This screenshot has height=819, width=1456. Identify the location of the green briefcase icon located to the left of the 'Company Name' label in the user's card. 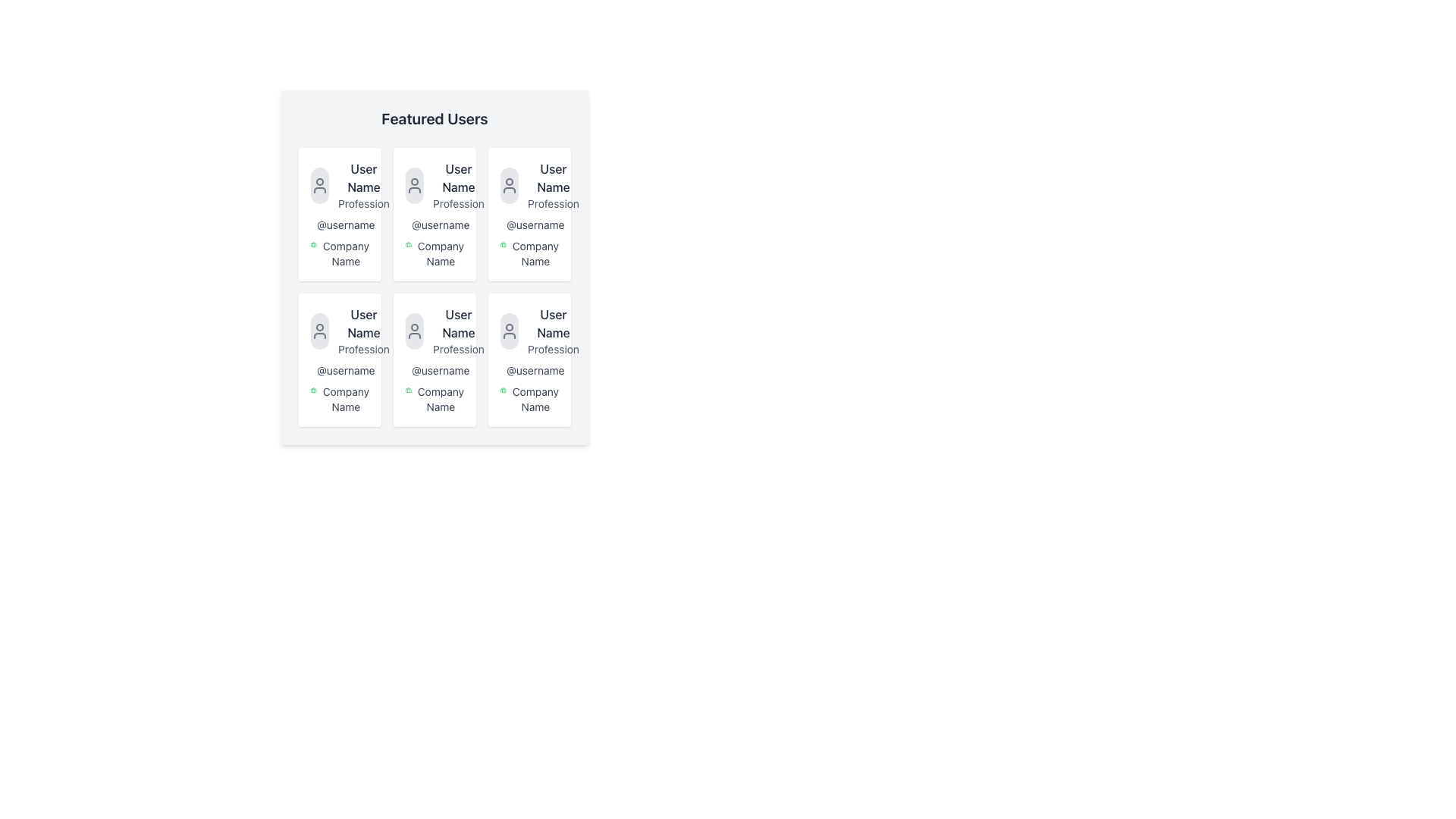
(312, 244).